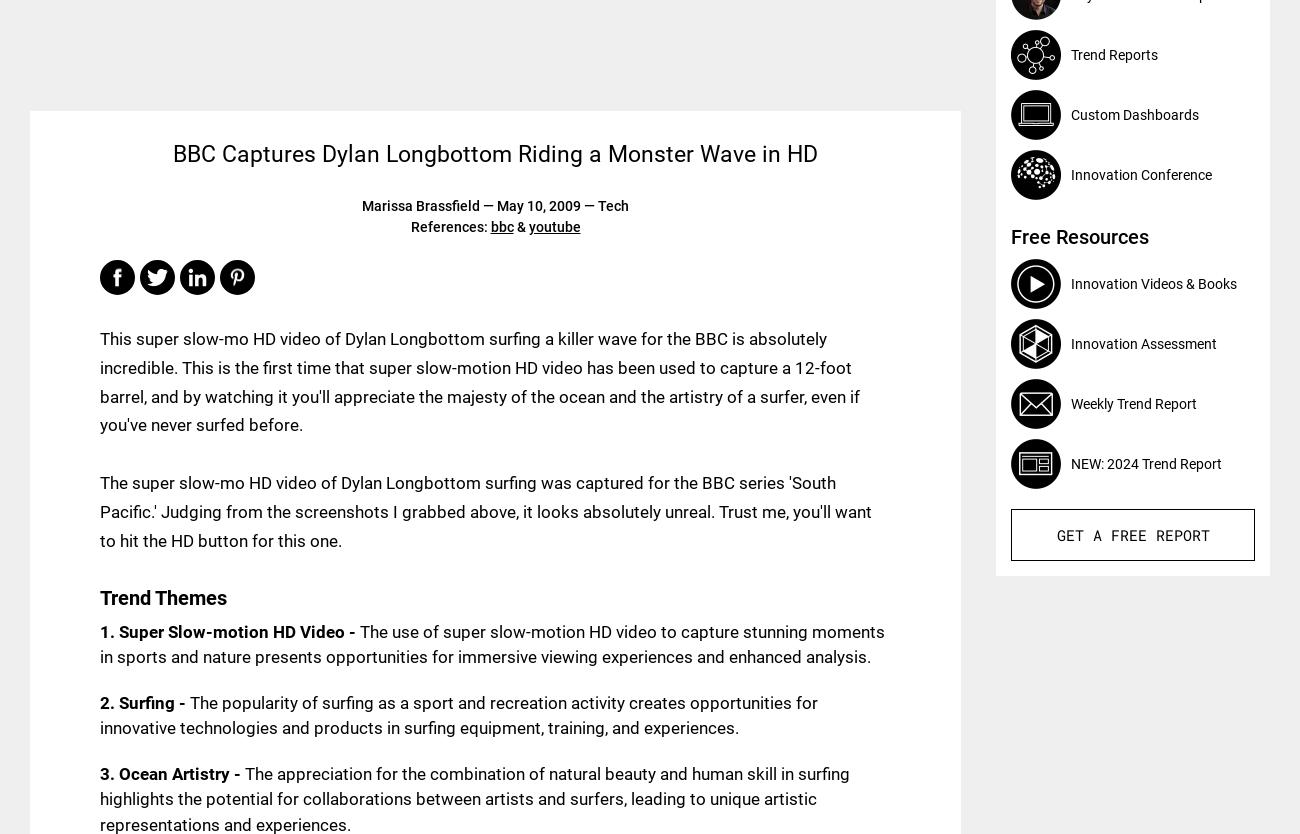 Image resolution: width=1300 pixels, height=834 pixels. What do you see at coordinates (1154, 283) in the screenshot?
I see `'Innovation Videos & Books'` at bounding box center [1154, 283].